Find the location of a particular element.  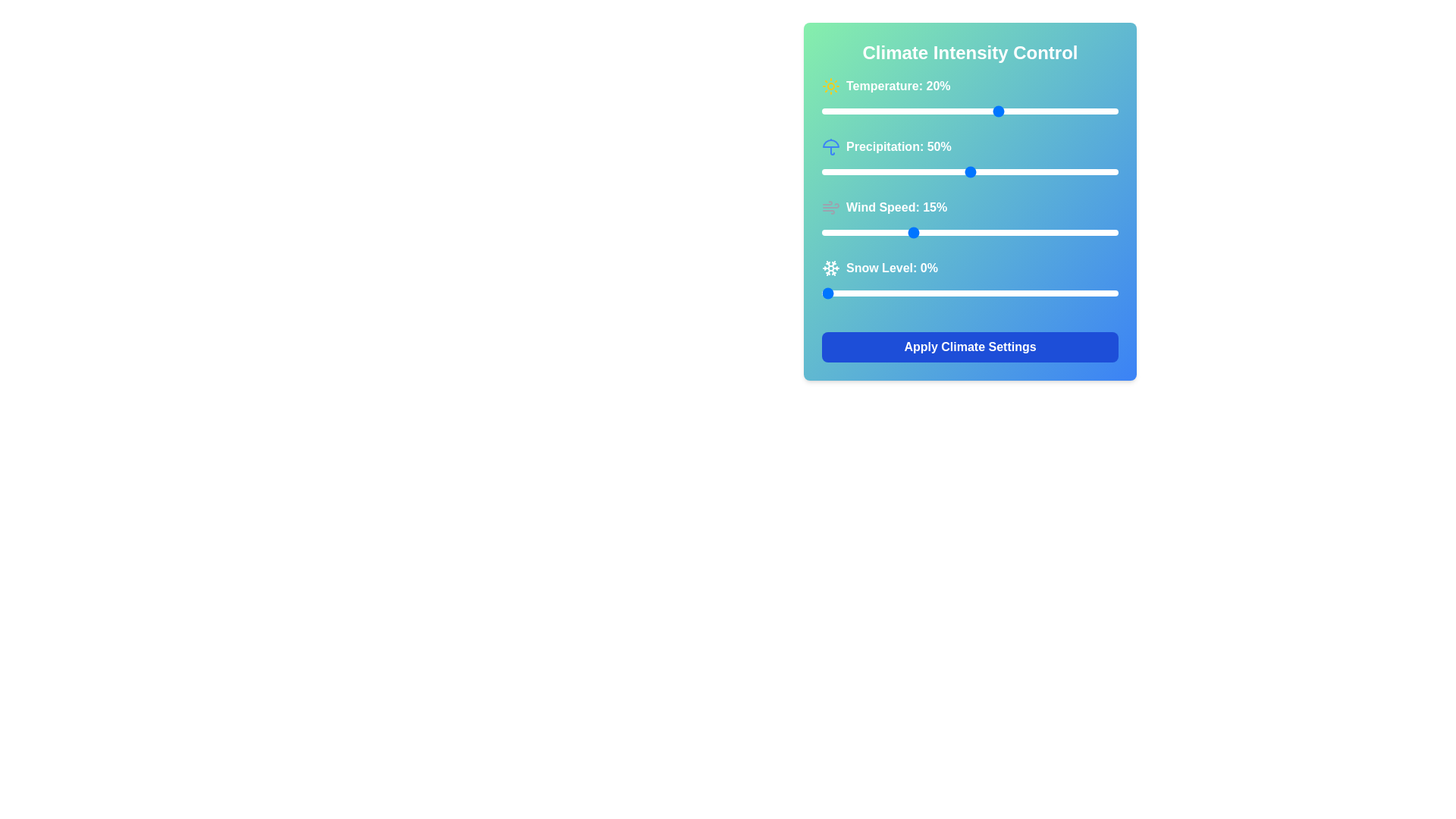

the blue slider thumb of the horizontal Range slider located under the 'Snow Level: 0%' label and above the 'Apply Climate Settings' button in the 'Climate Intensity Control' panel is located at coordinates (969, 293).